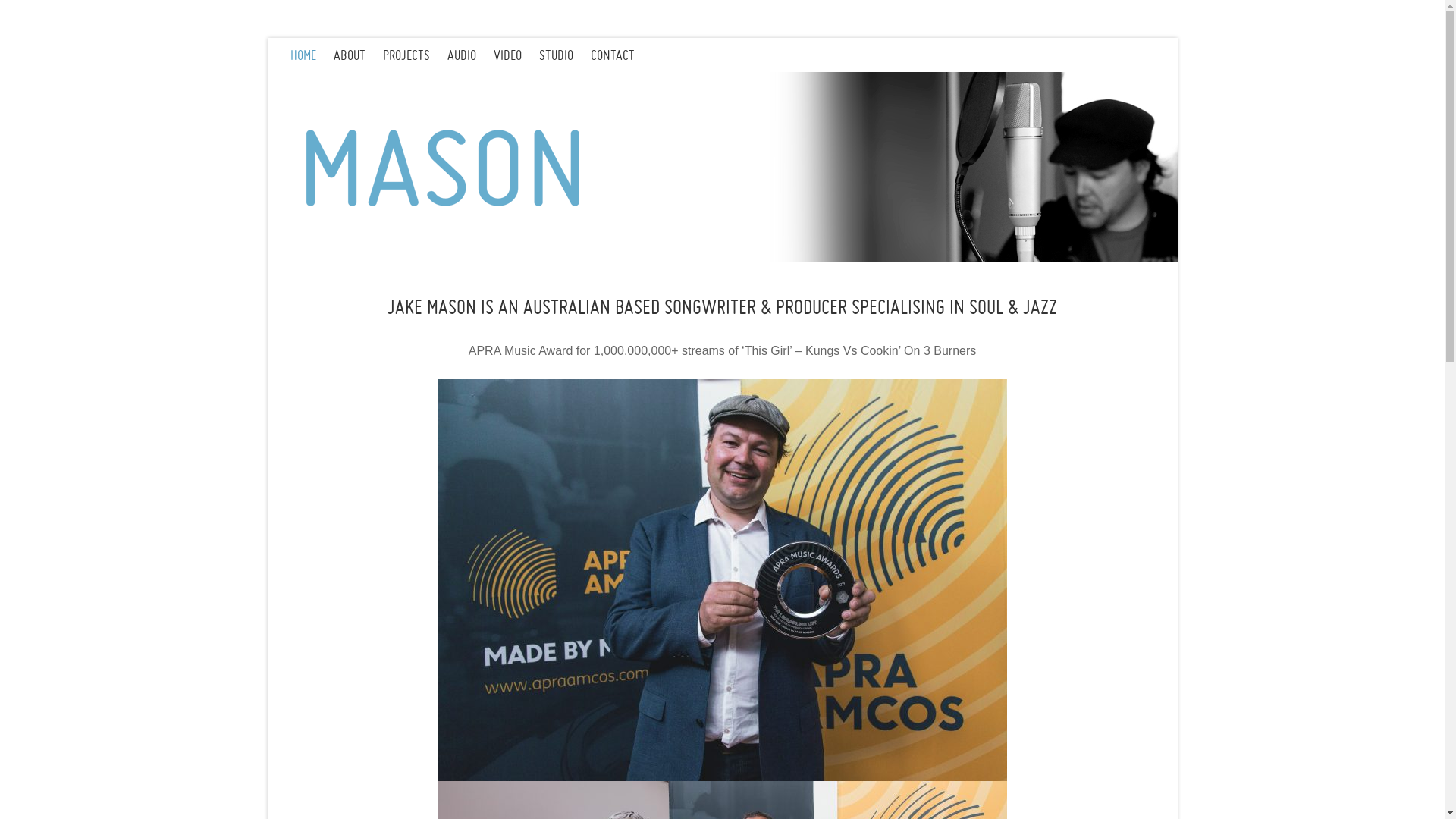  What do you see at coordinates (414, 54) in the screenshot?
I see `'PROJECTS'` at bounding box center [414, 54].